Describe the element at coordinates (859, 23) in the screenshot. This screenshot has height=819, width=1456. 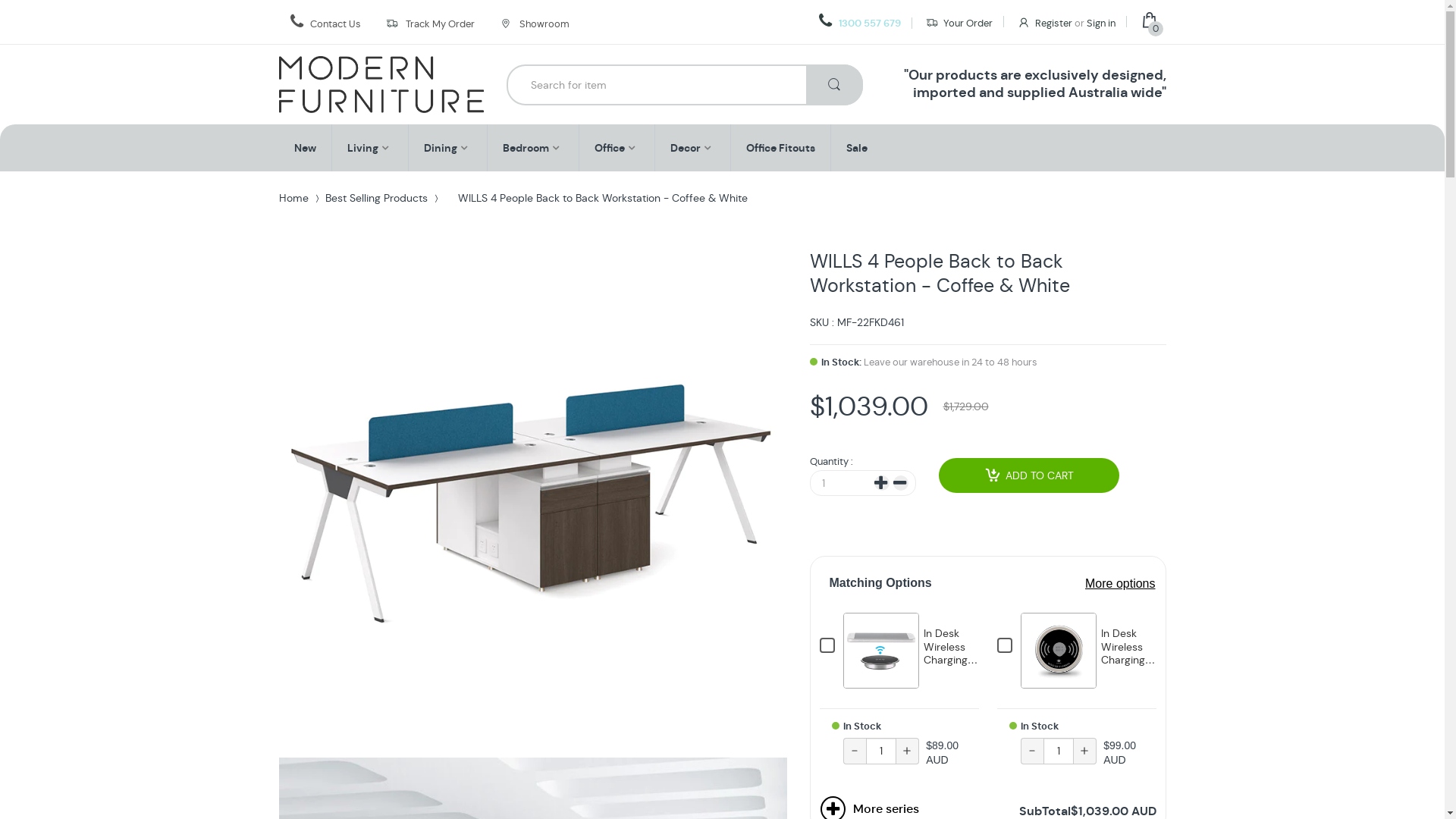
I see `'1300 557 679'` at that location.